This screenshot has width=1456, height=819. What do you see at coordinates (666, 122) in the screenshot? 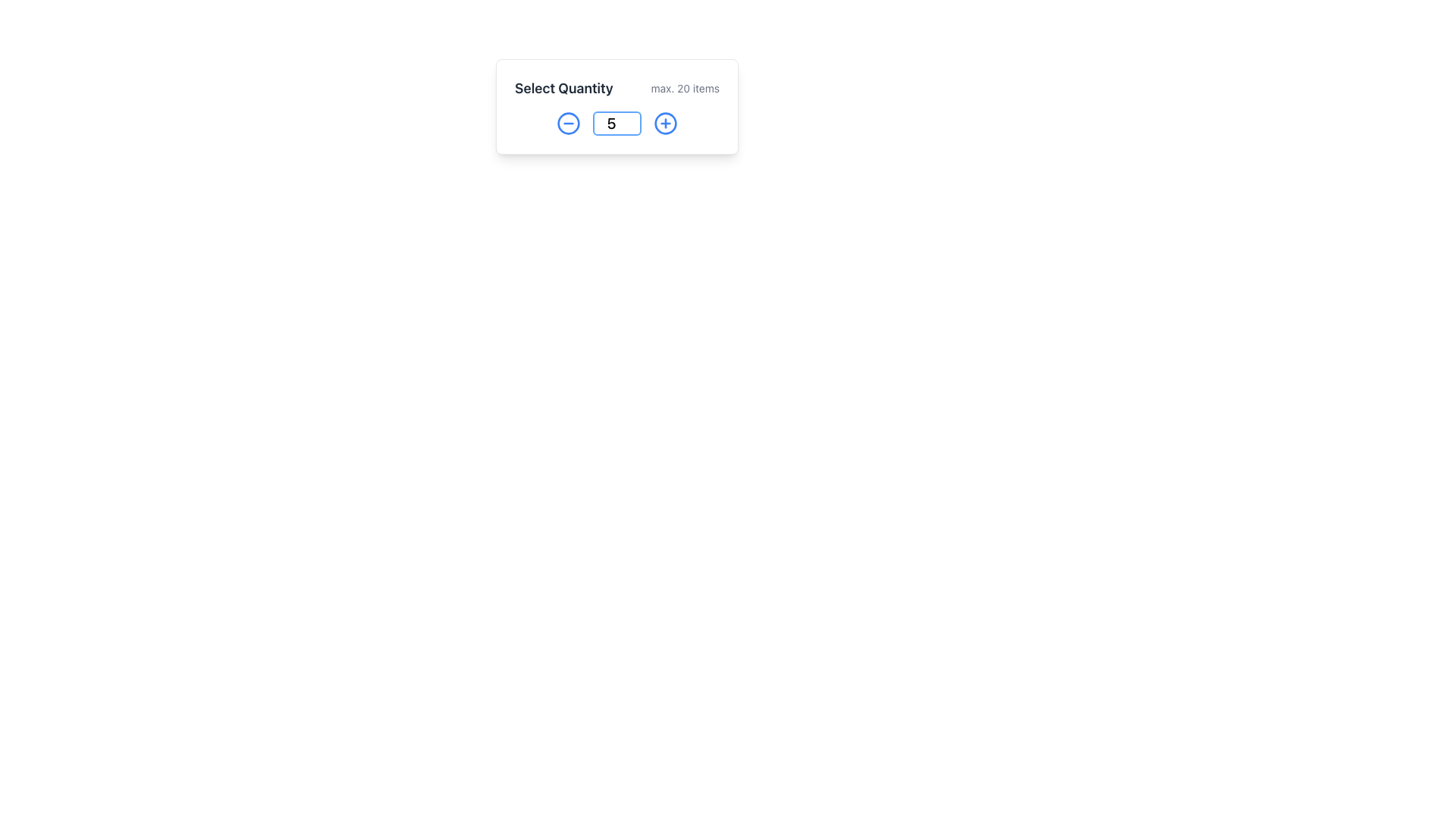
I see `the increment button, which is represented by the largest circular icon within the SVG, located on the far right of the quantity selection interface labeled 'Select Quantity'` at bounding box center [666, 122].